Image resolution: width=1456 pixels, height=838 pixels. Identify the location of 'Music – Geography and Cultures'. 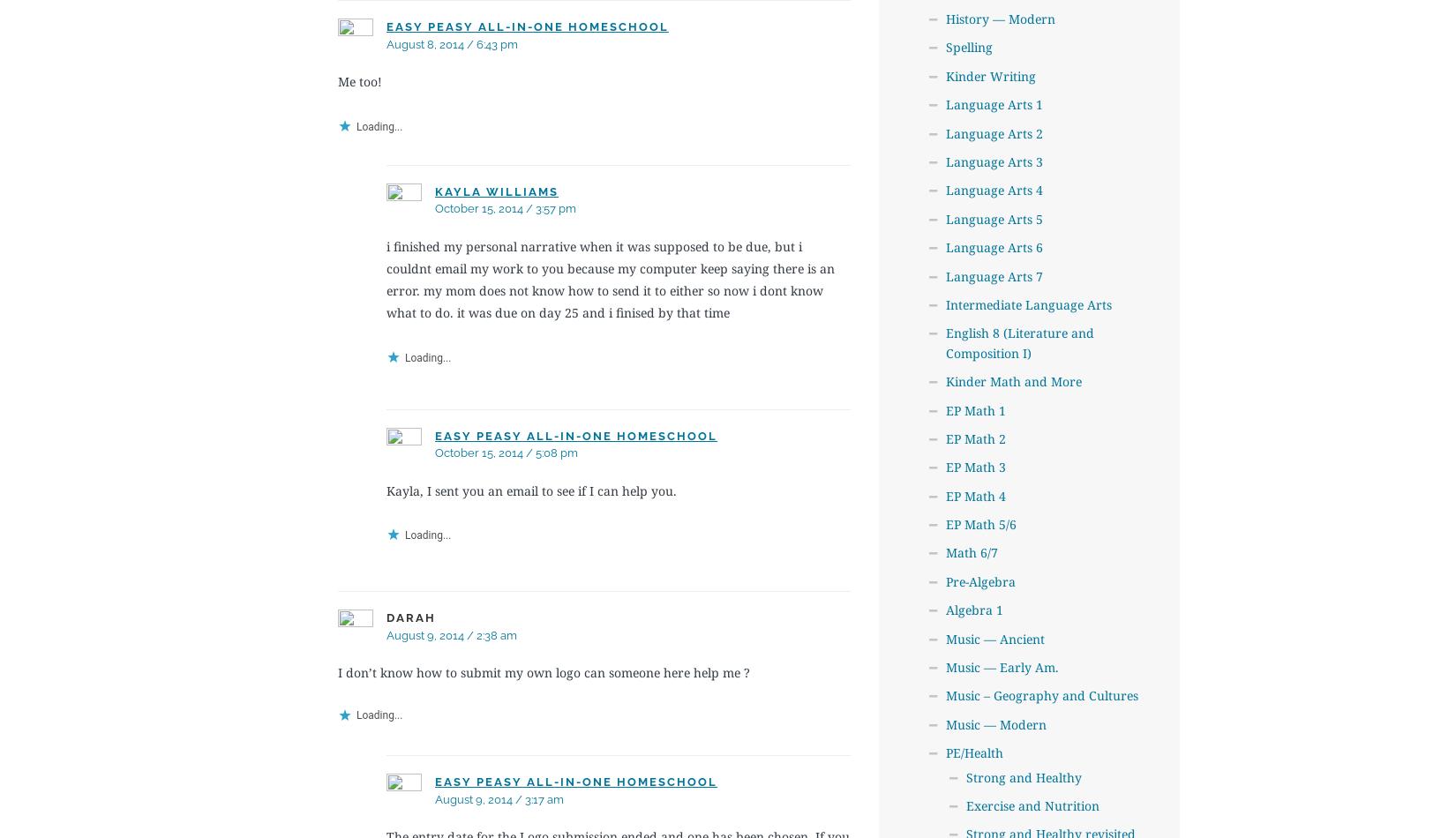
(1041, 694).